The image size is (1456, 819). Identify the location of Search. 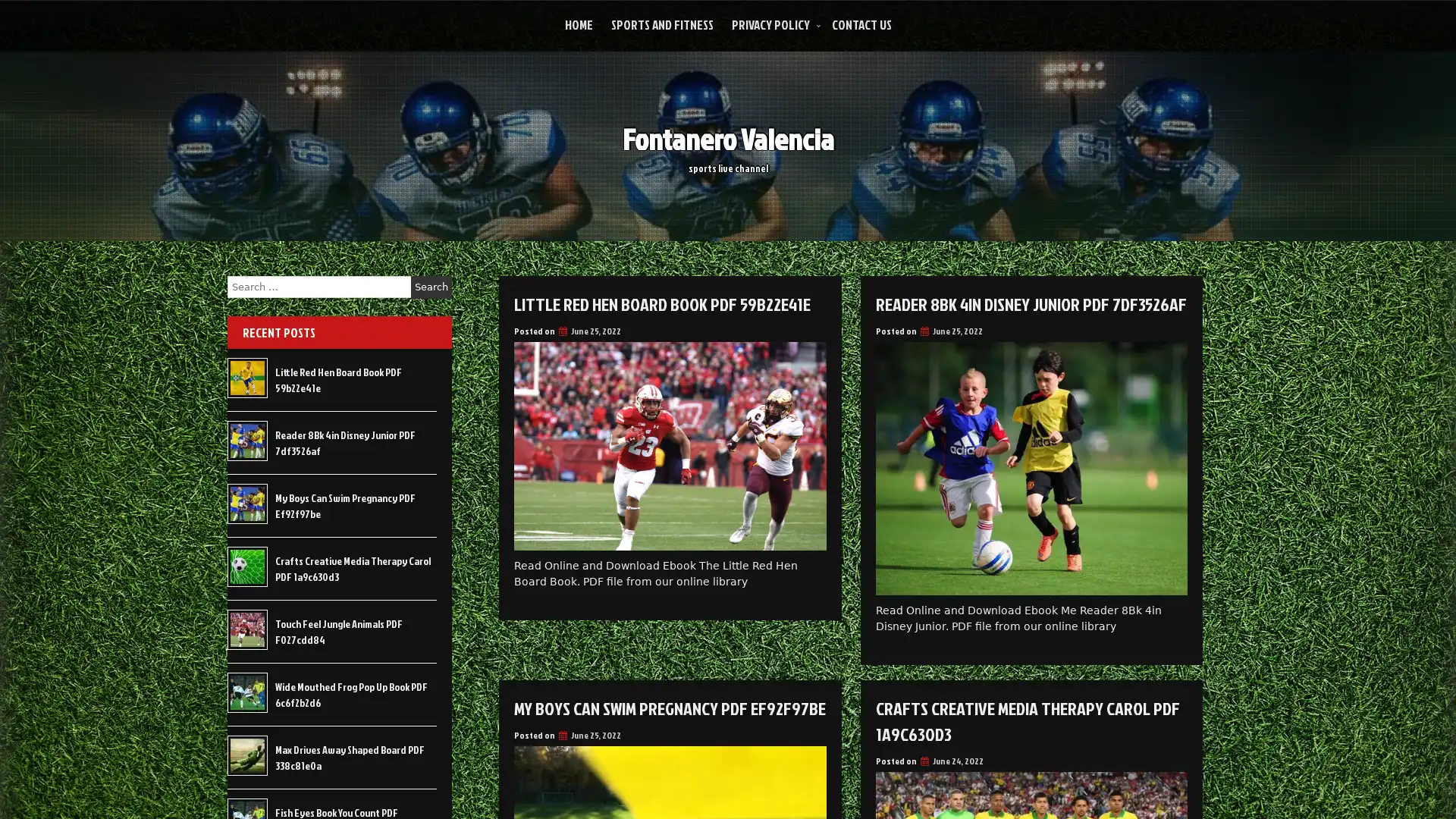
(431, 287).